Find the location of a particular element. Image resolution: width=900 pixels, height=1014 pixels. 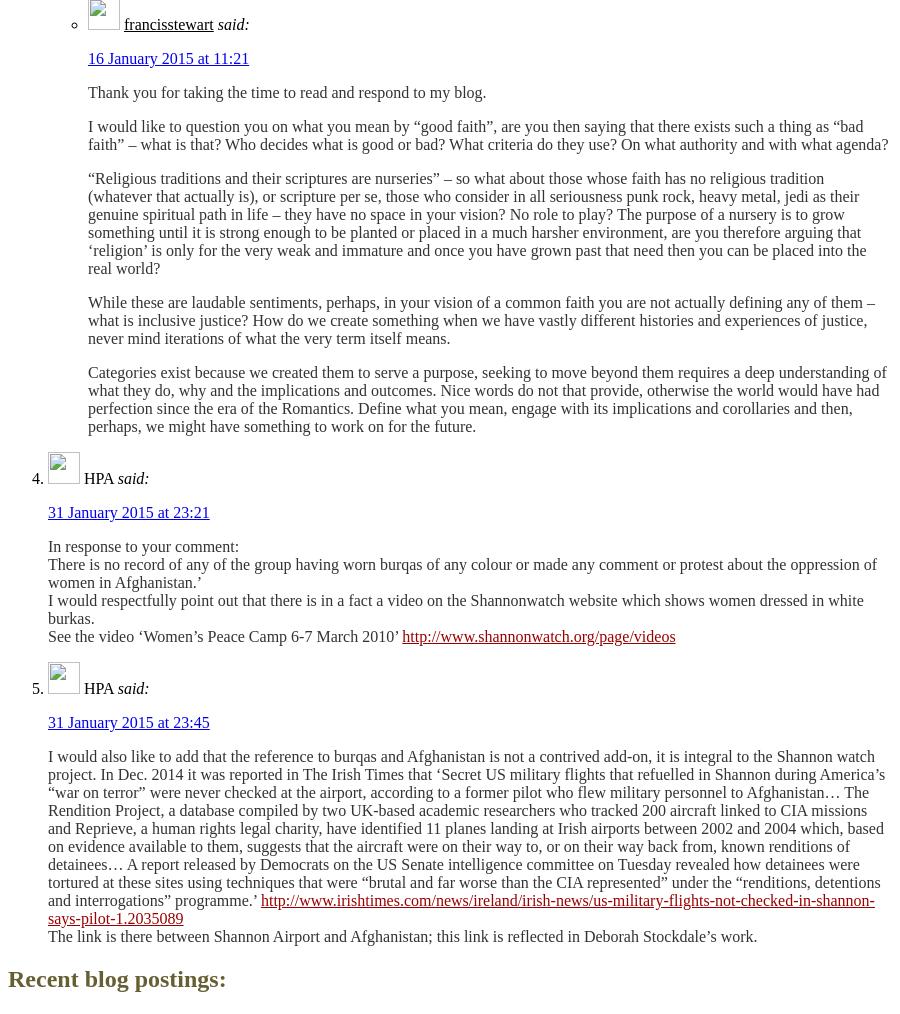

'http://www.shannonwatch.org/page/videos' is located at coordinates (537, 636).